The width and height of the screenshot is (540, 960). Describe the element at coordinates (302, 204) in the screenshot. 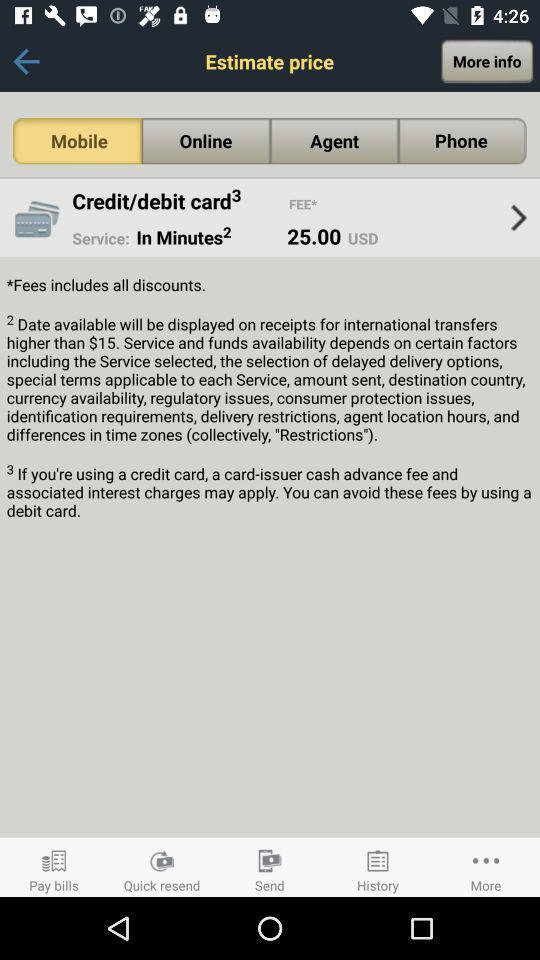

I see `app to the right of credit/debit card3 icon` at that location.